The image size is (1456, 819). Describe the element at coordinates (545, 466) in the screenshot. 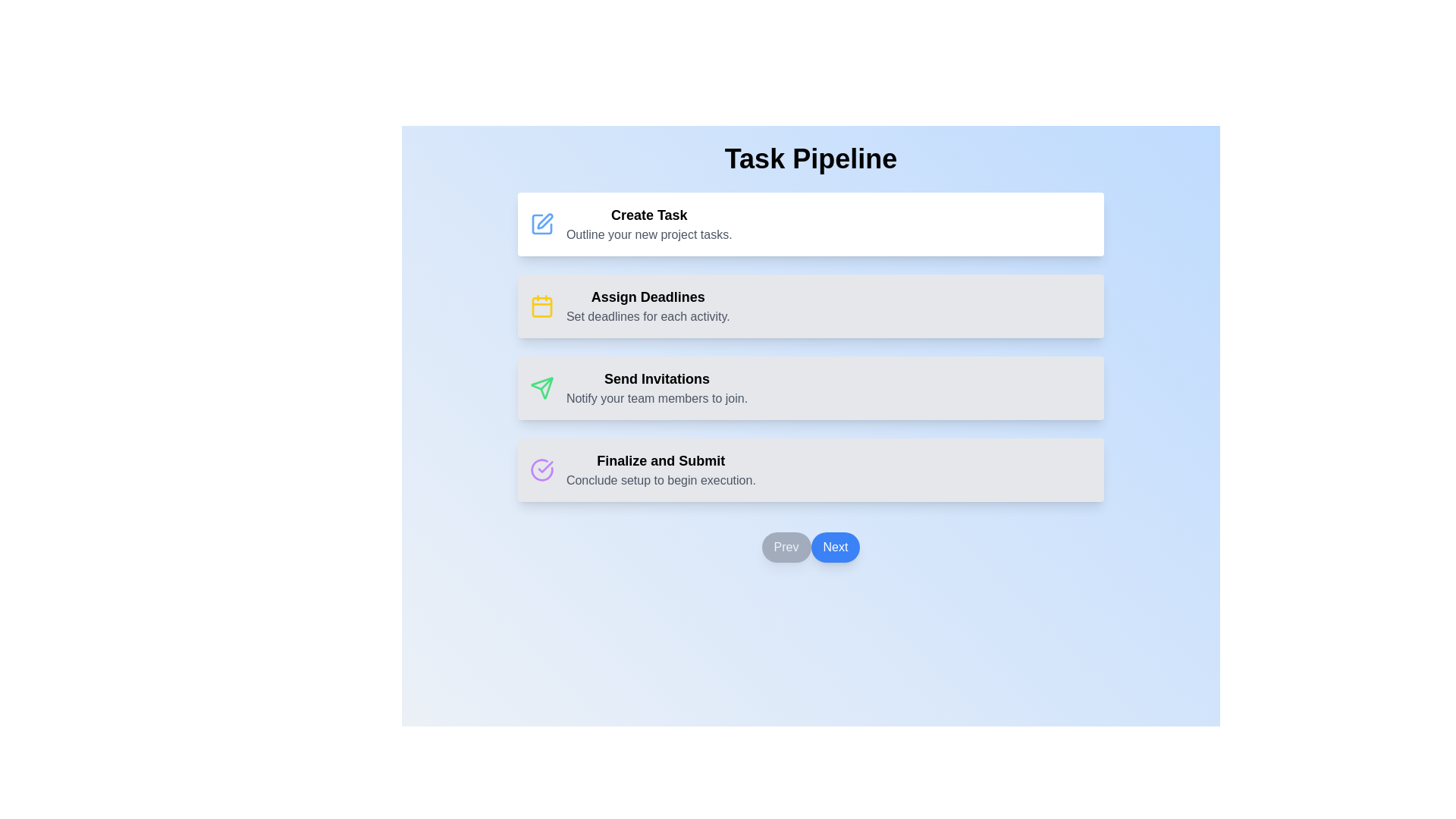

I see `the purple checkmark icon located within a larger circular icon in the bottom-right corner of the interface` at that location.